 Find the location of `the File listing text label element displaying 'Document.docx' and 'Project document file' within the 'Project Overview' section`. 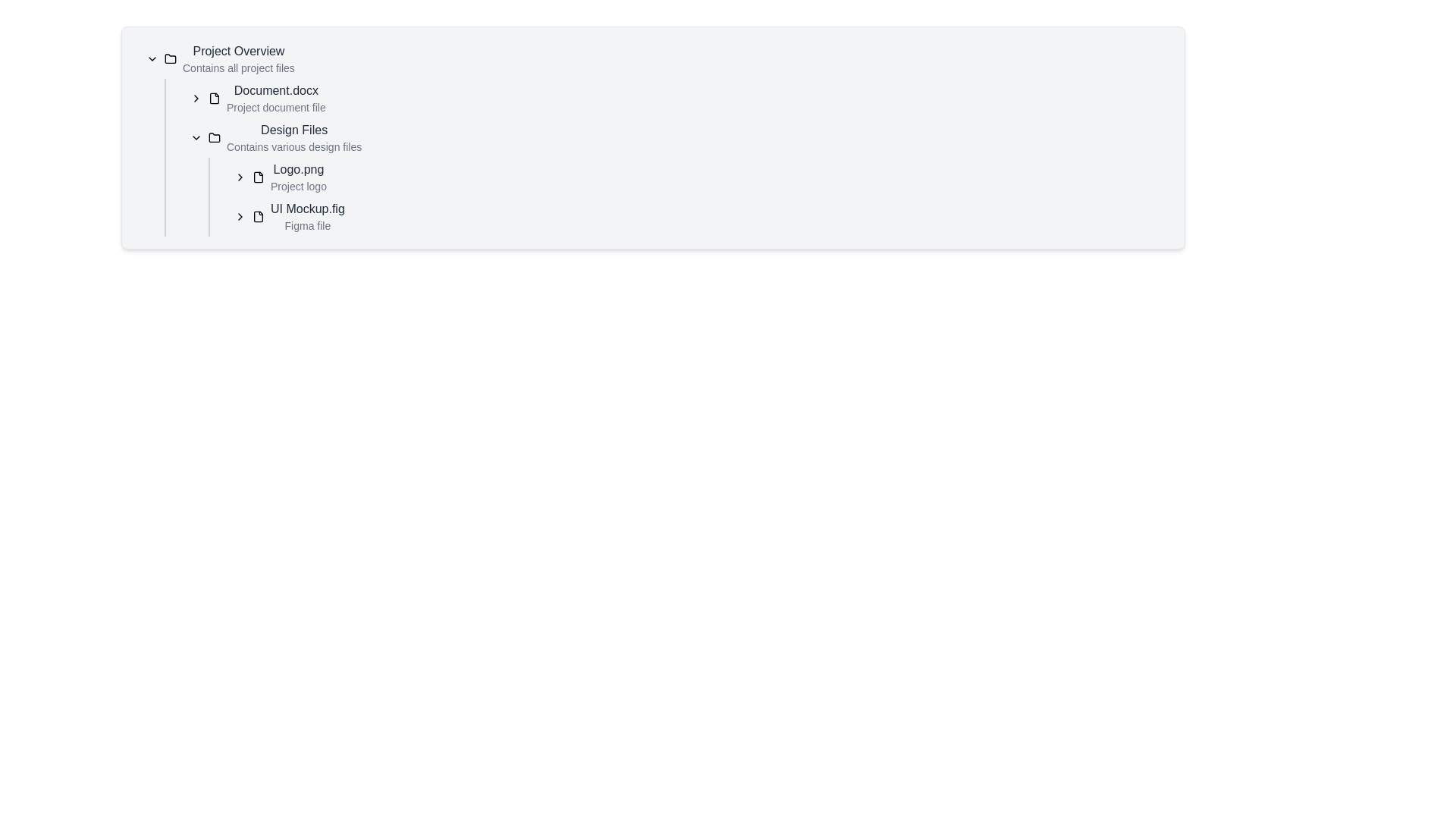

the File listing text label element displaying 'Document.docx' and 'Project document file' within the 'Project Overview' section is located at coordinates (276, 99).